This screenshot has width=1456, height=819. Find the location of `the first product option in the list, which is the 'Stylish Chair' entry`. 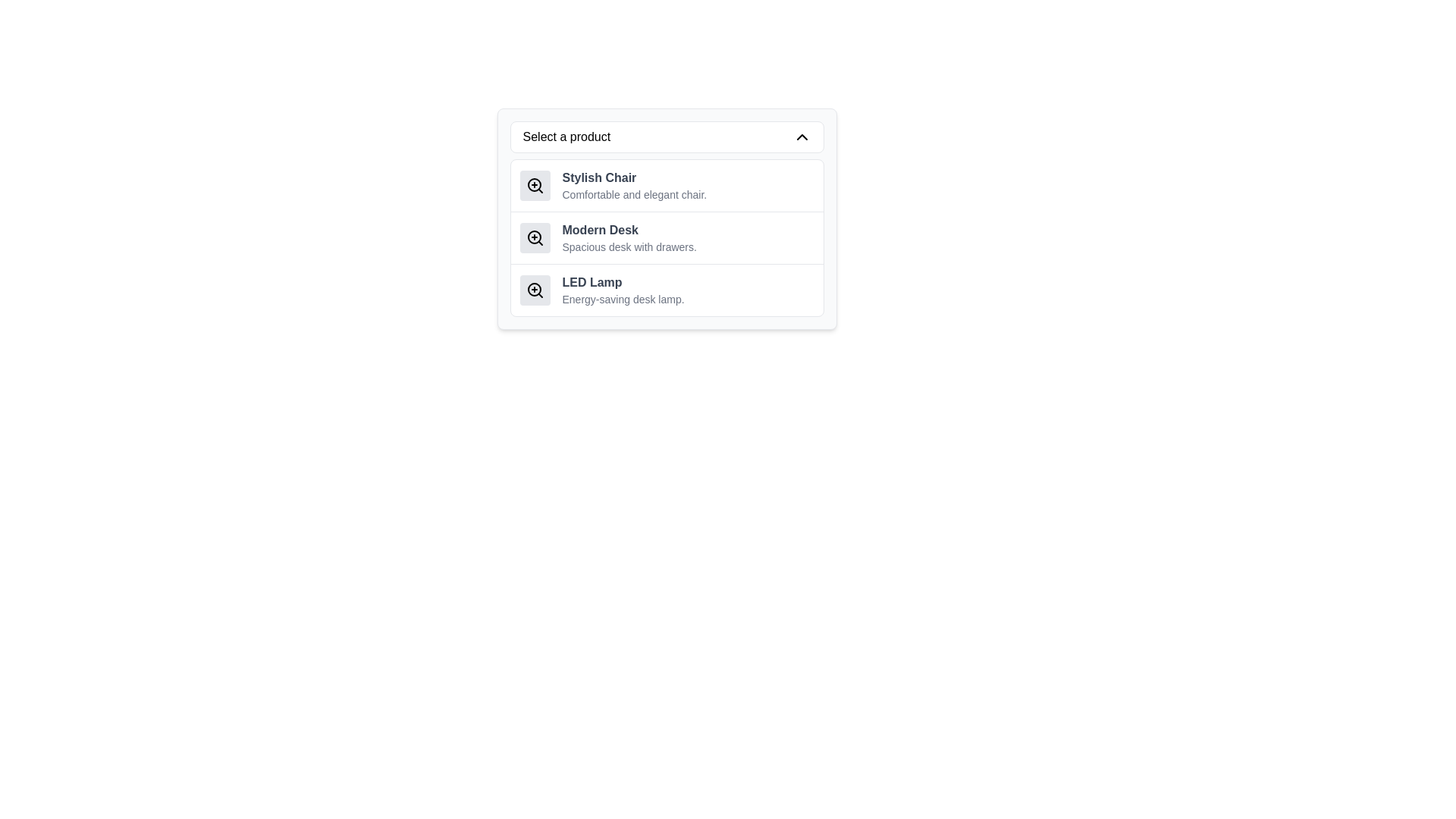

the first product option in the list, which is the 'Stylish Chair' entry is located at coordinates (667, 185).